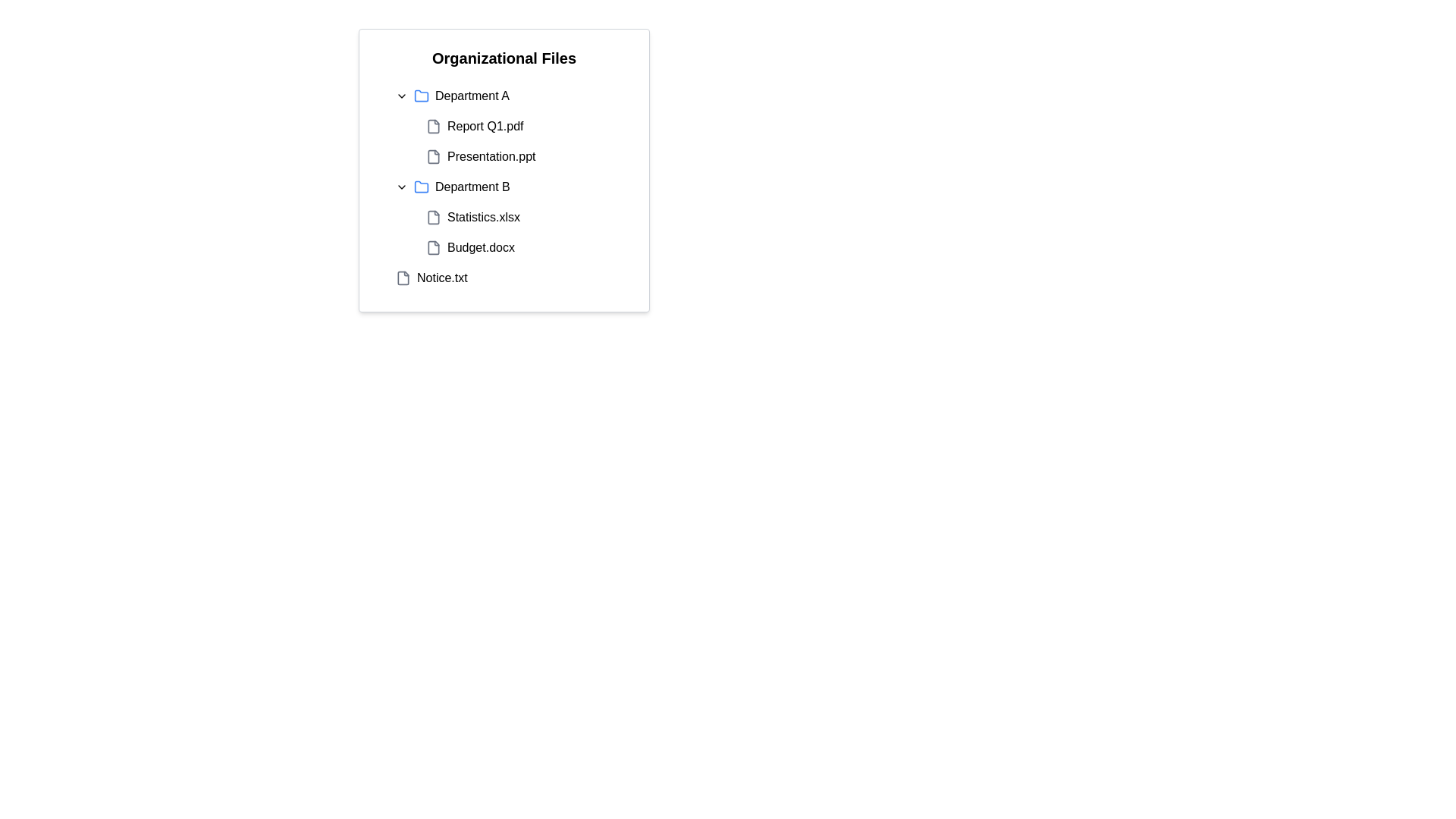 Image resolution: width=1456 pixels, height=819 pixels. What do you see at coordinates (432, 247) in the screenshot?
I see `the document icon, which is a minimalist gray outline of a rectangular sheet of paper with a folded corner, located to the left of 'Budget.docx' in the file list` at bounding box center [432, 247].